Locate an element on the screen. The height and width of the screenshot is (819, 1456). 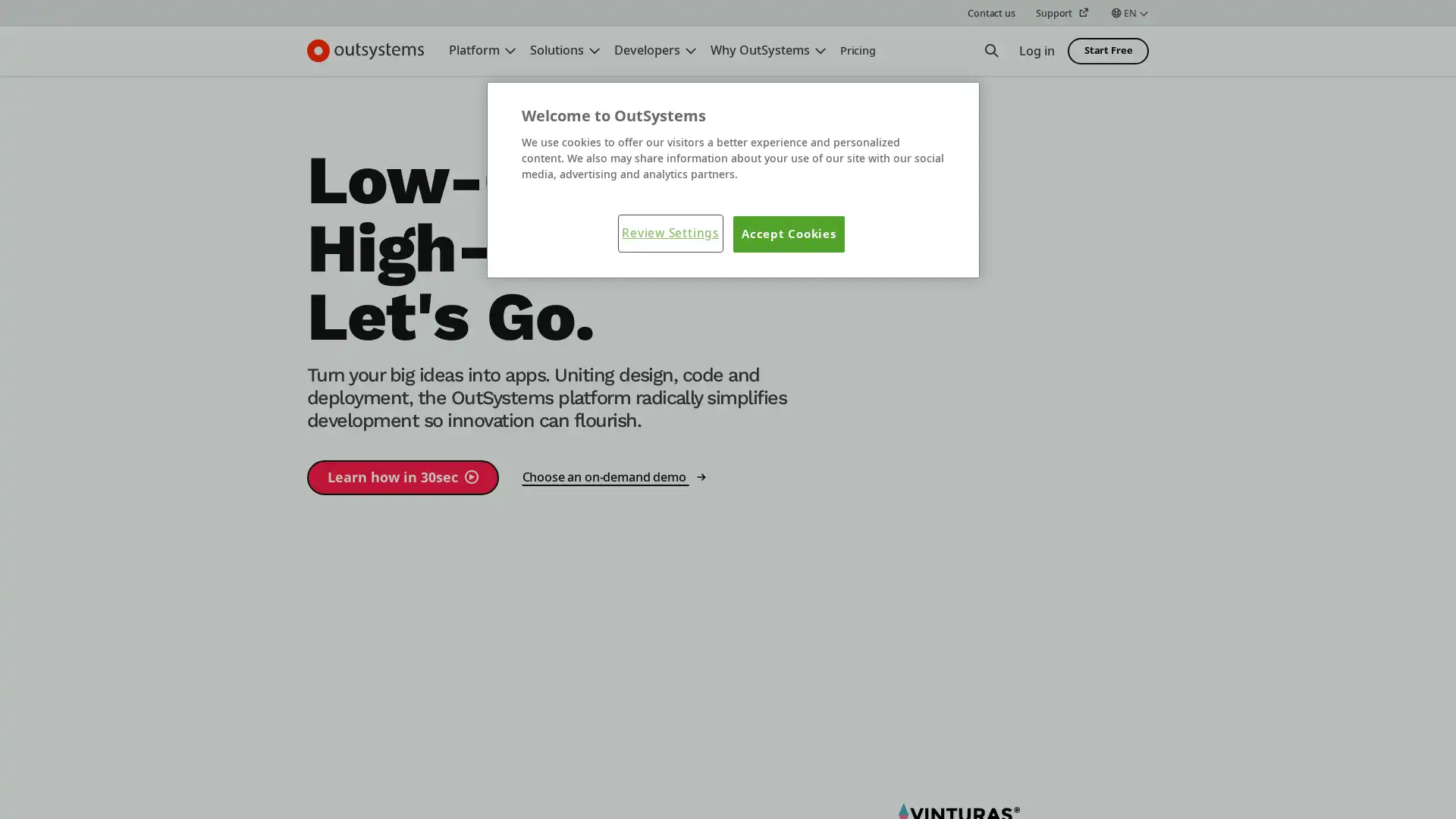
Why OutSystems is located at coordinates (768, 49).